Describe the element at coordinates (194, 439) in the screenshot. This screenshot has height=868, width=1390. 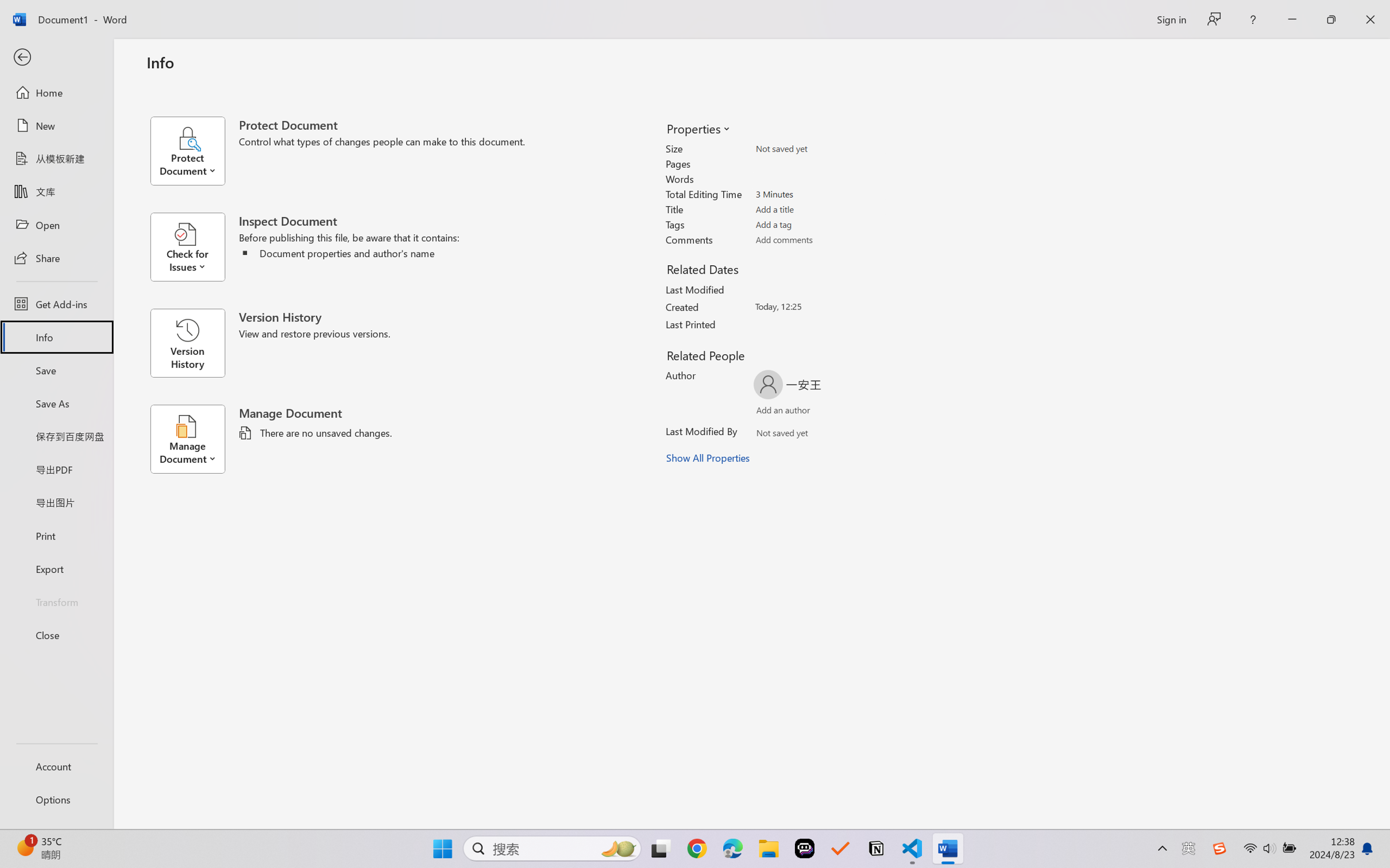
I see `'Manage Document'` at that location.